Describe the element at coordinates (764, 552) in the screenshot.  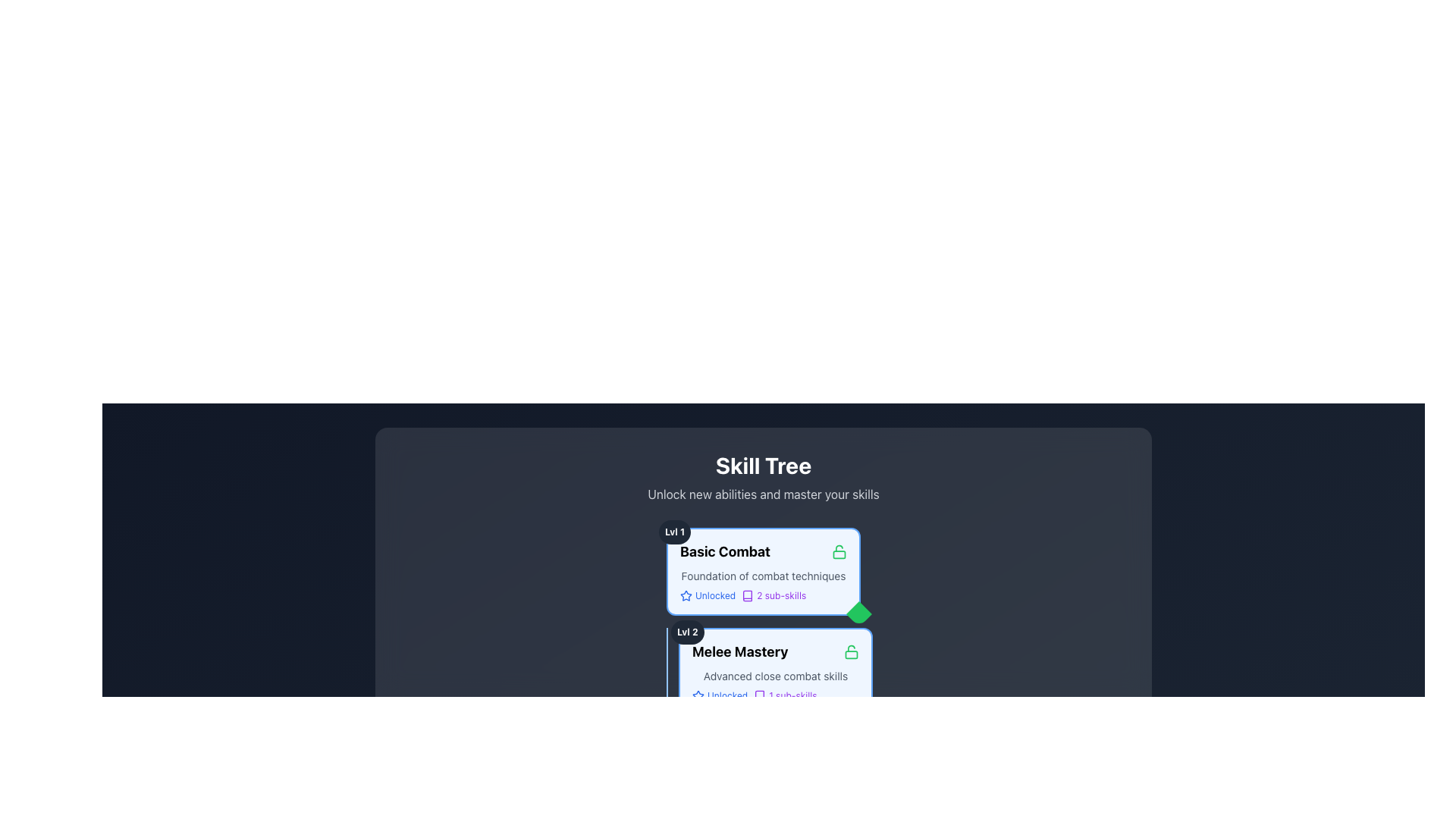
I see `the 'Basic Combat' text label, which is bold and prominently displayed next to a green unlocked padlock icon at the top of the 'Lvl 1' blue-bordered area` at that location.